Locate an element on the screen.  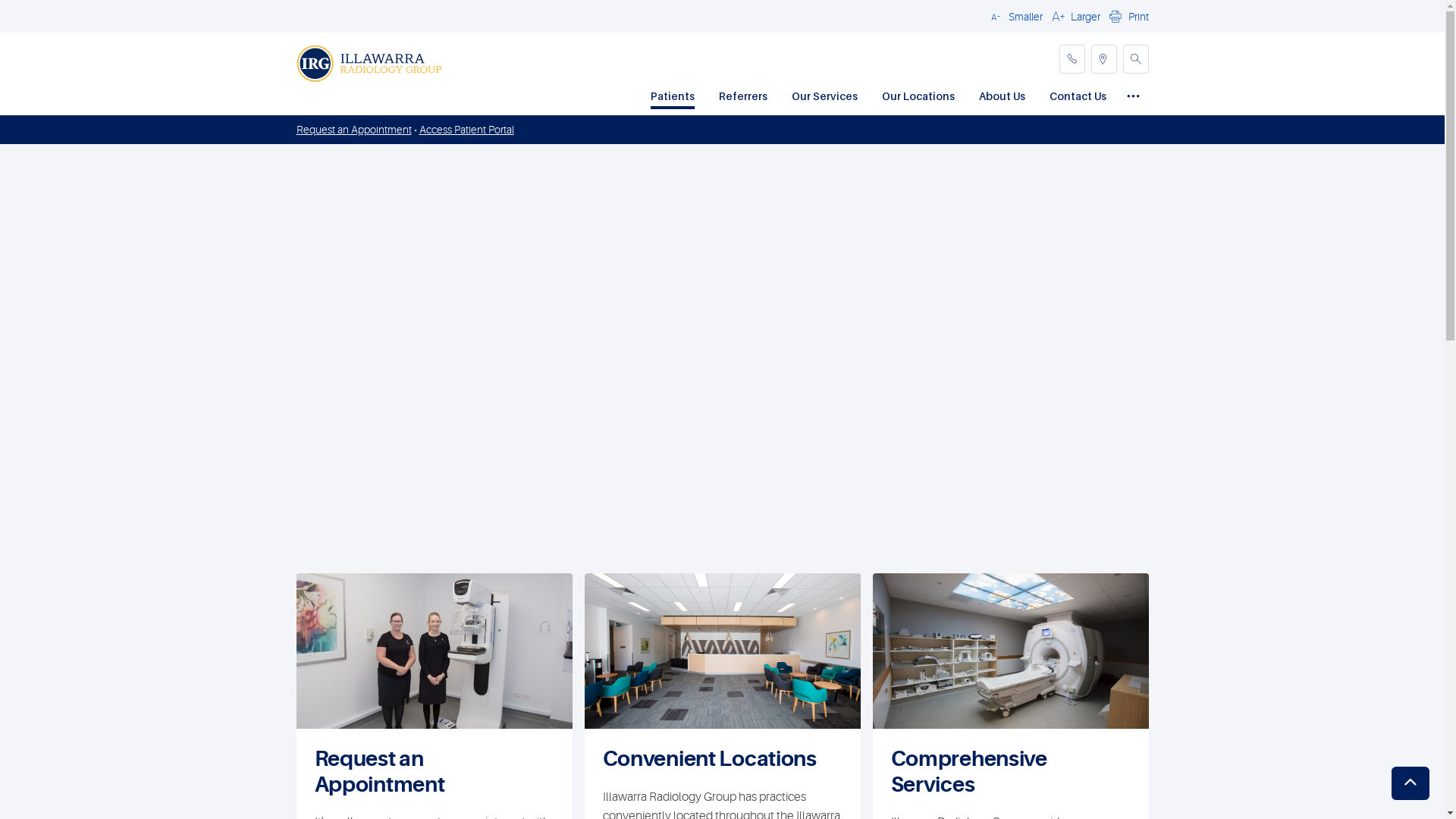
'Print' is located at coordinates (1127, 15).